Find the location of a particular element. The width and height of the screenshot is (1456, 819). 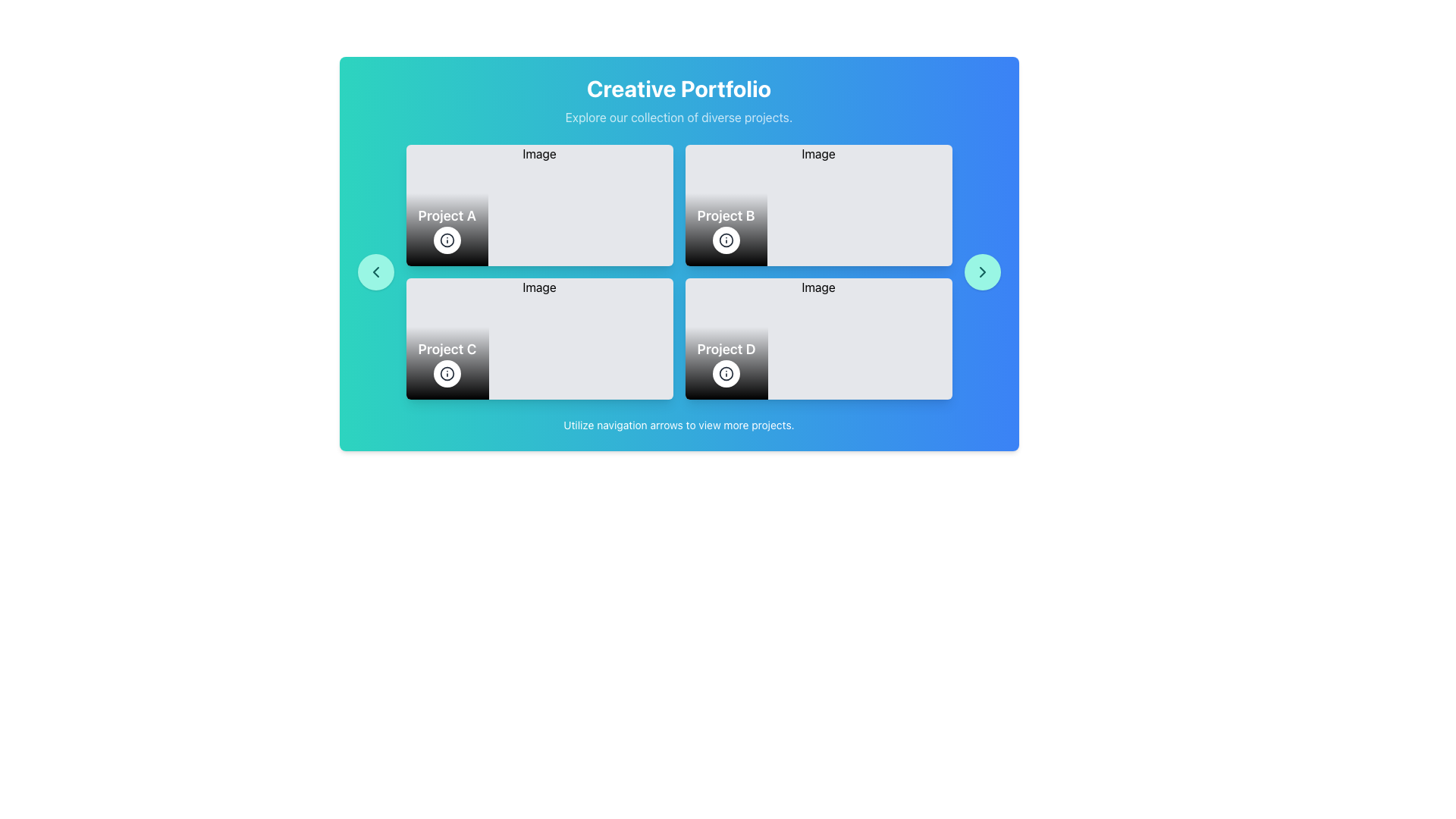

the text label displaying 'Project D' which is located in the bottom-right card of the grid layout, above a circular button and aligned towards the center-left is located at coordinates (726, 350).